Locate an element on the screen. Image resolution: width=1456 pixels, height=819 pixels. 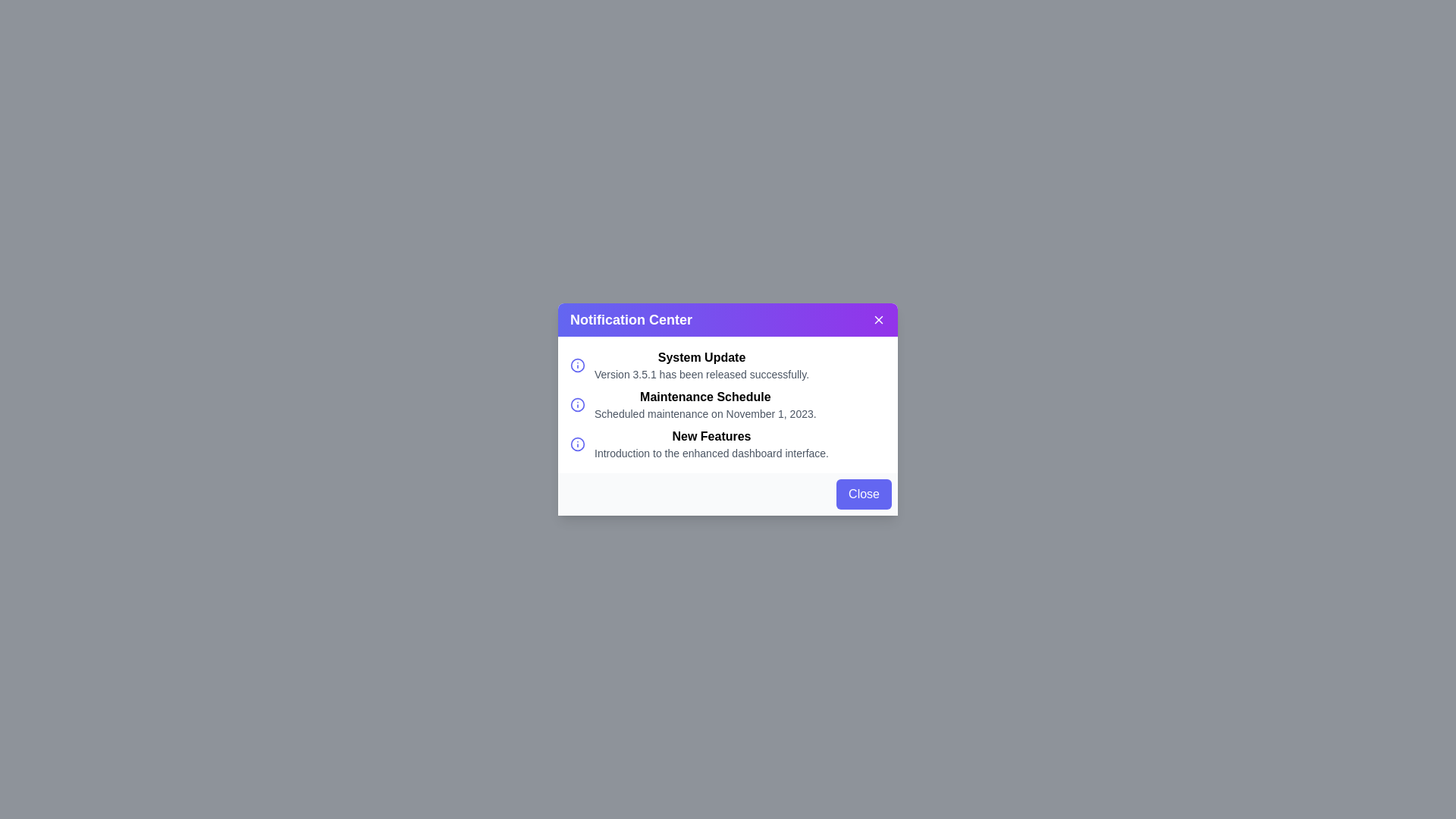
the 'Close' button at the bottom-right of the dialog is located at coordinates (864, 494).